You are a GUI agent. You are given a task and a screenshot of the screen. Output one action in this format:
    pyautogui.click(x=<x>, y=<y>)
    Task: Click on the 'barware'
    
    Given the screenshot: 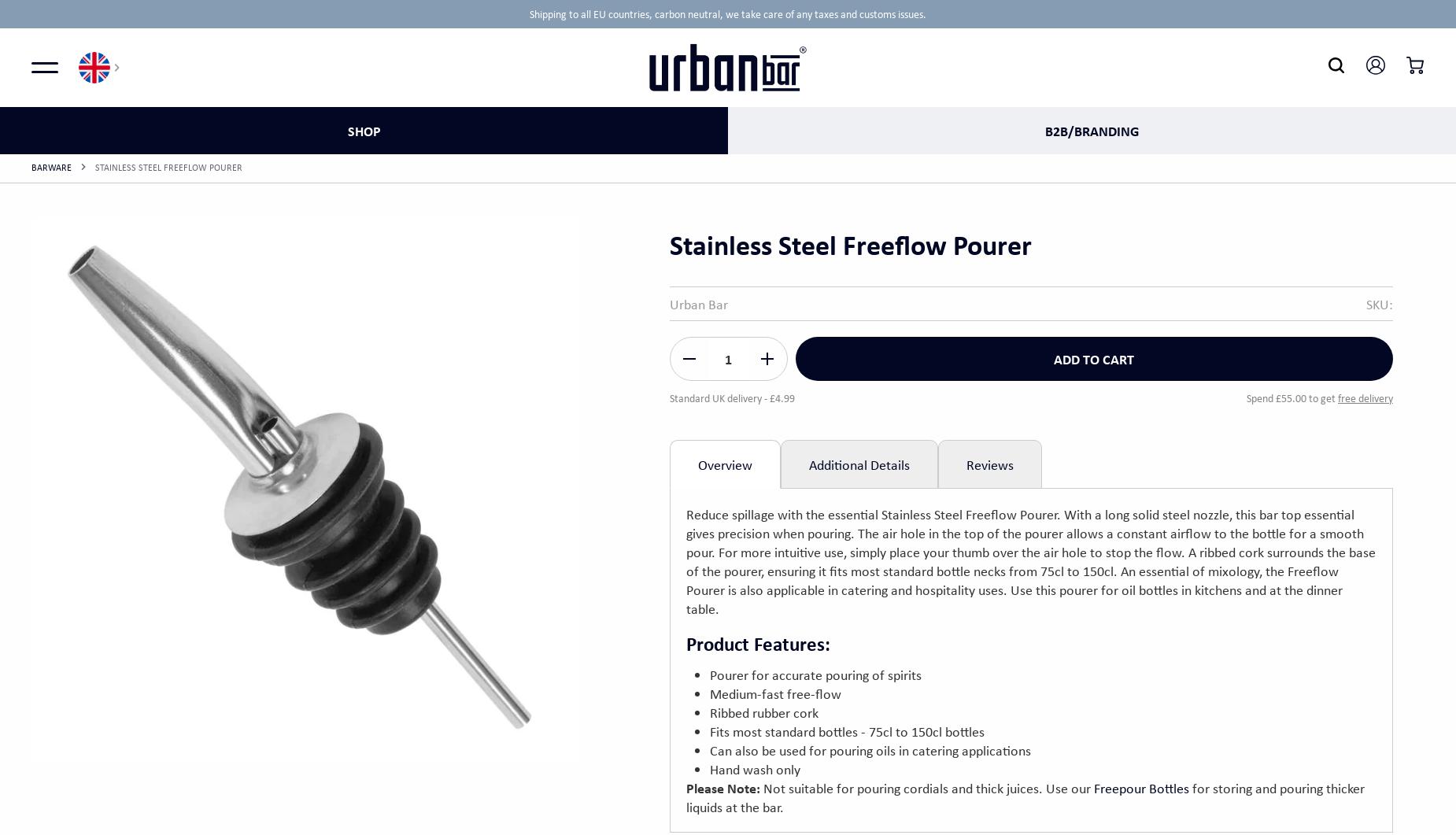 What is the action you would take?
    pyautogui.click(x=50, y=166)
    